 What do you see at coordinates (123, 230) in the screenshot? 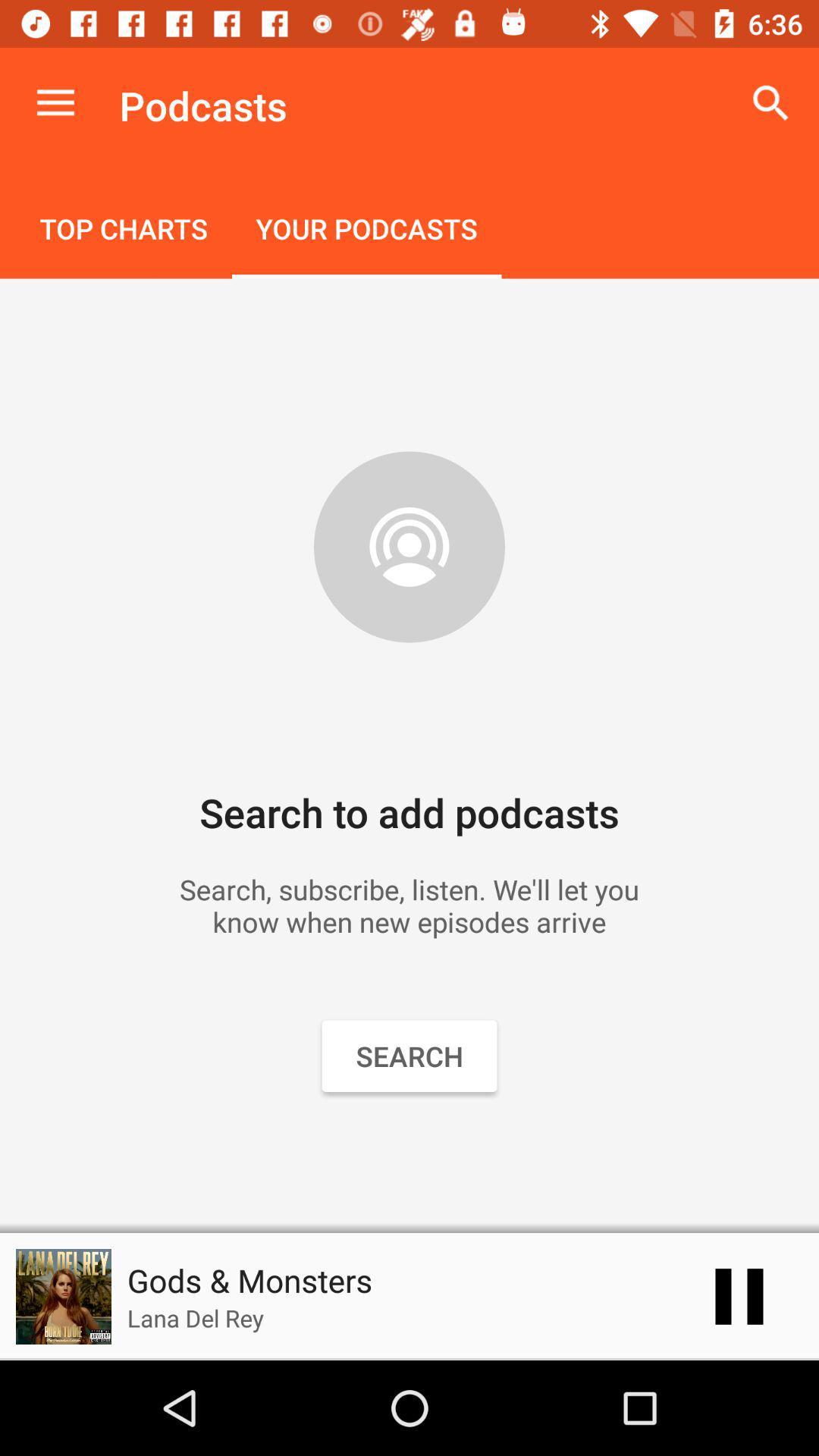
I see `the icon above search to add` at bounding box center [123, 230].